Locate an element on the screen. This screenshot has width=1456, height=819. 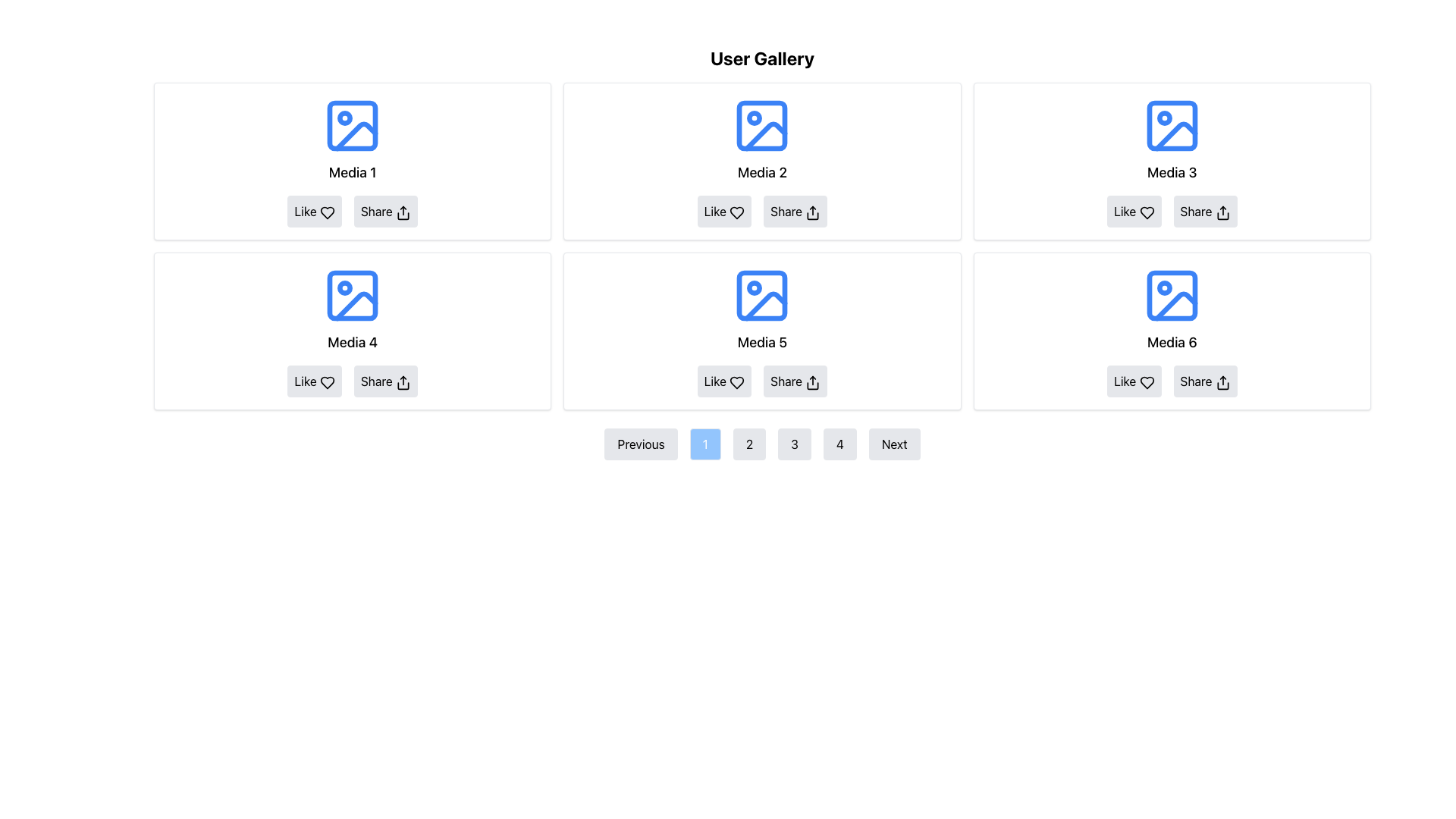
the 'Like' button with a light gray background and rounded edges, located at the bottom-left corner of the 'Media 6' card in the last row is located at coordinates (1133, 380).